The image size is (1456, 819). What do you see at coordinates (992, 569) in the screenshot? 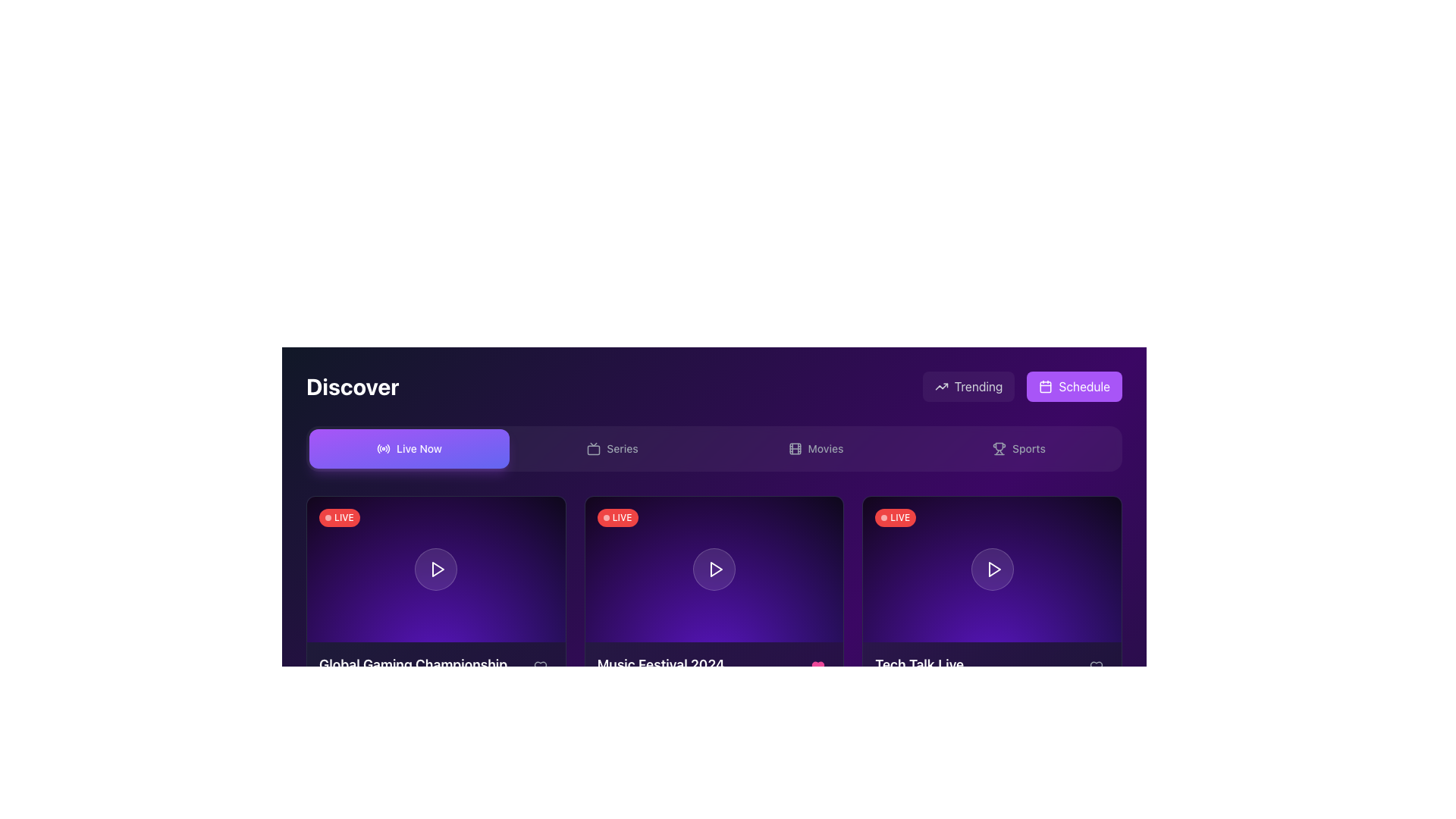
I see `the button located` at bounding box center [992, 569].